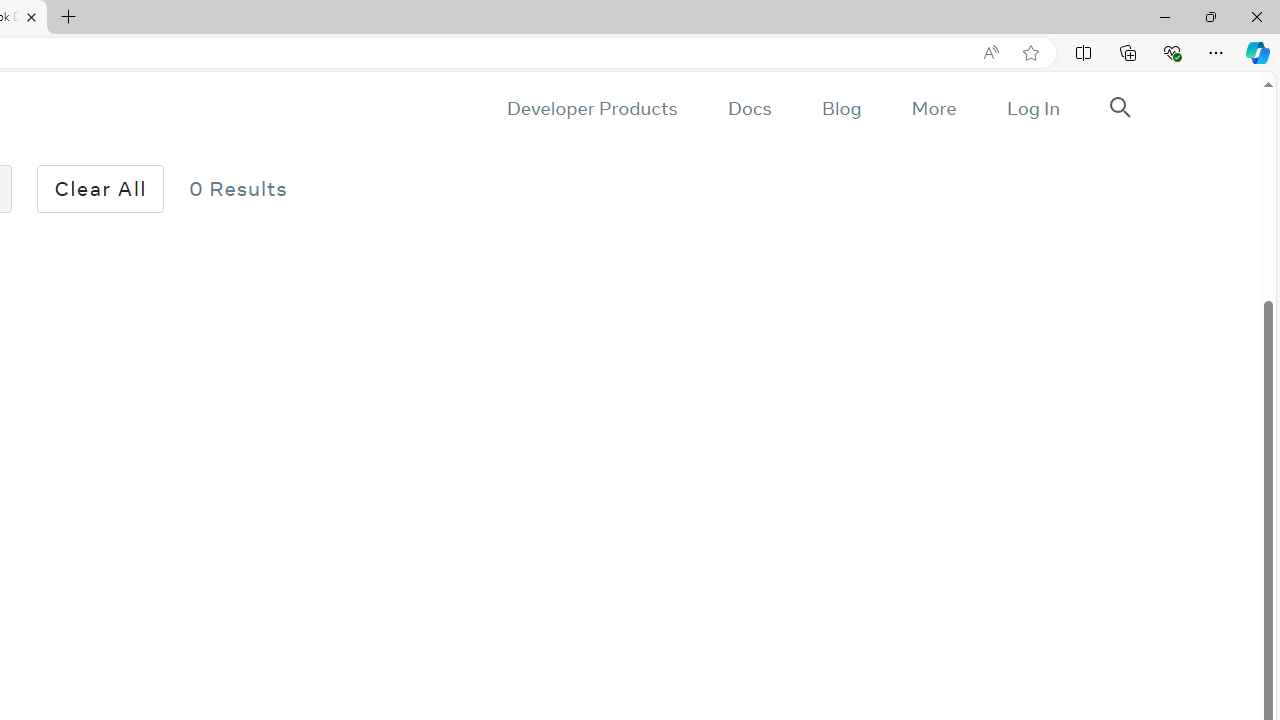 The width and height of the screenshot is (1280, 720). What do you see at coordinates (841, 108) in the screenshot?
I see `'Blog'` at bounding box center [841, 108].